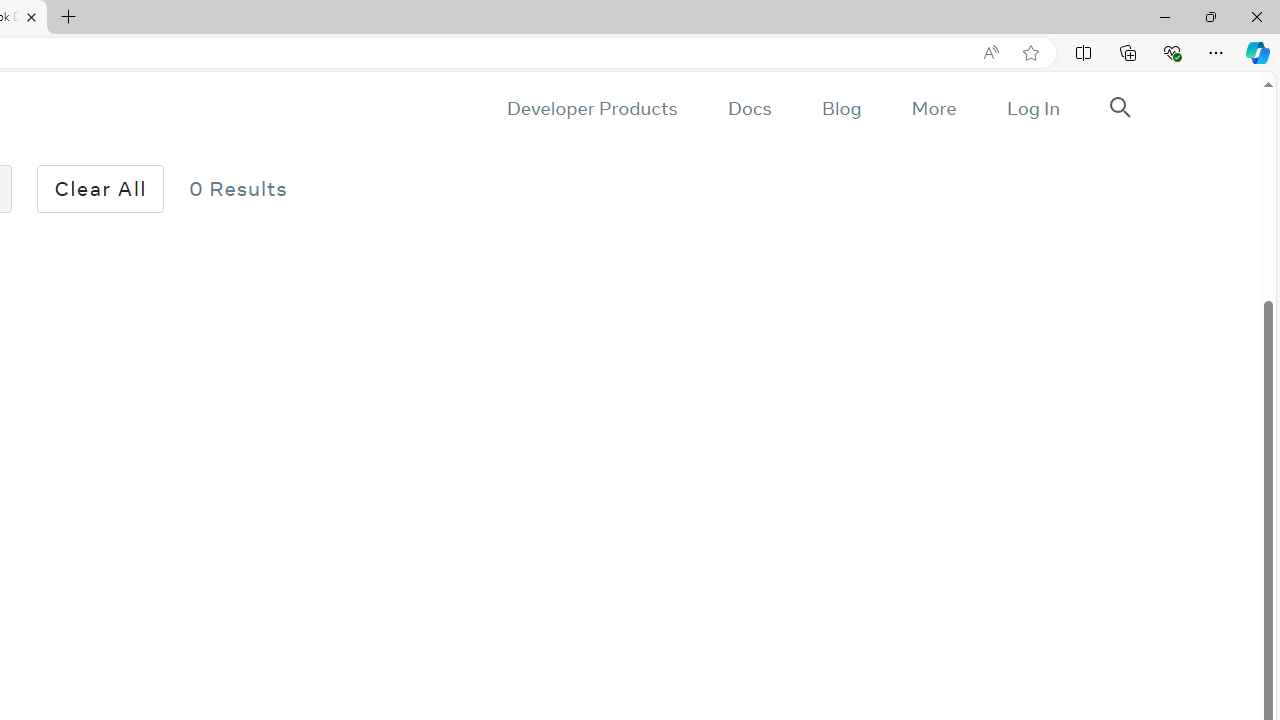 The width and height of the screenshot is (1280, 720). What do you see at coordinates (841, 108) in the screenshot?
I see `'Blog'` at bounding box center [841, 108].